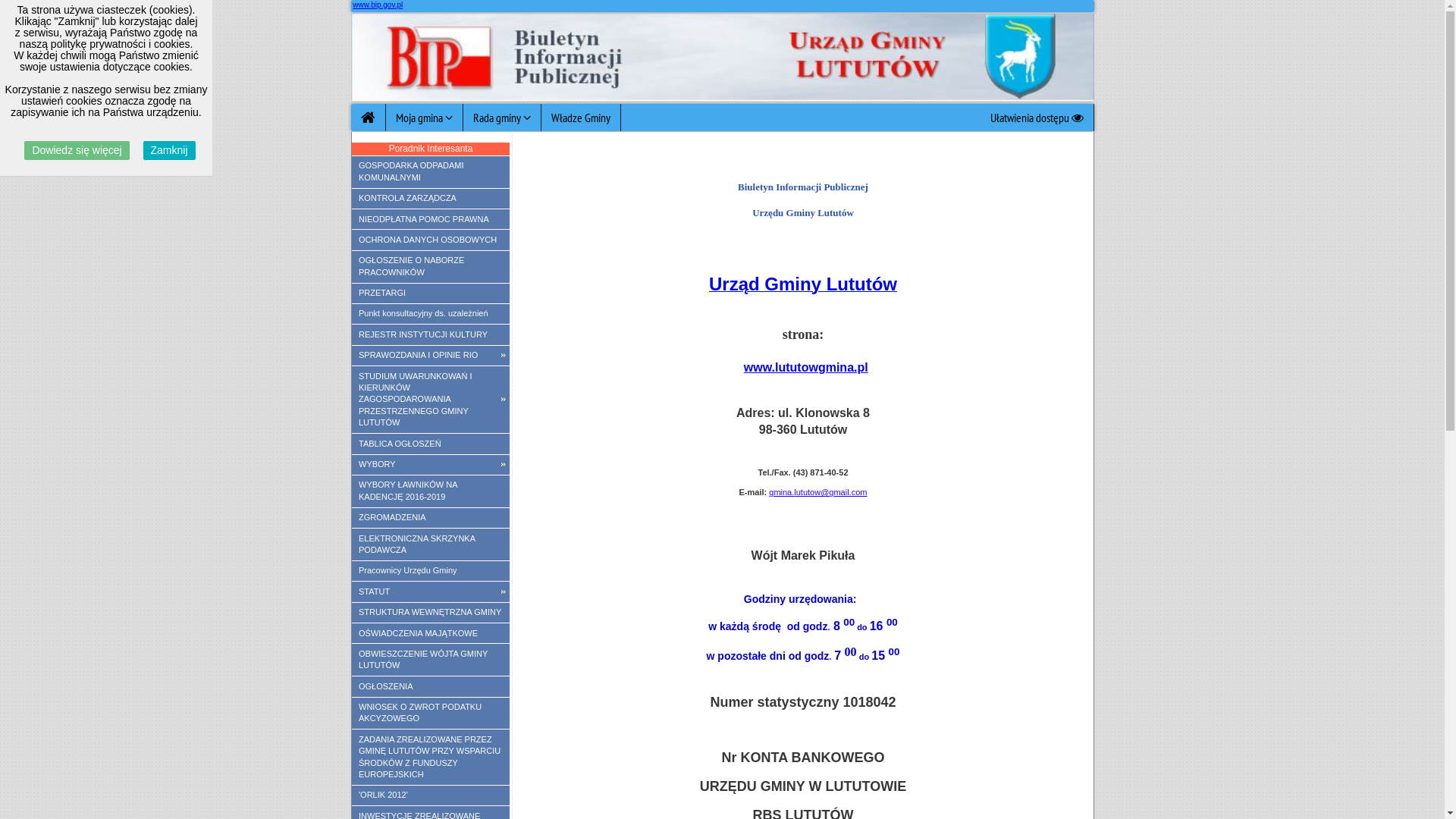  I want to click on 'STATUT', so click(429, 590).